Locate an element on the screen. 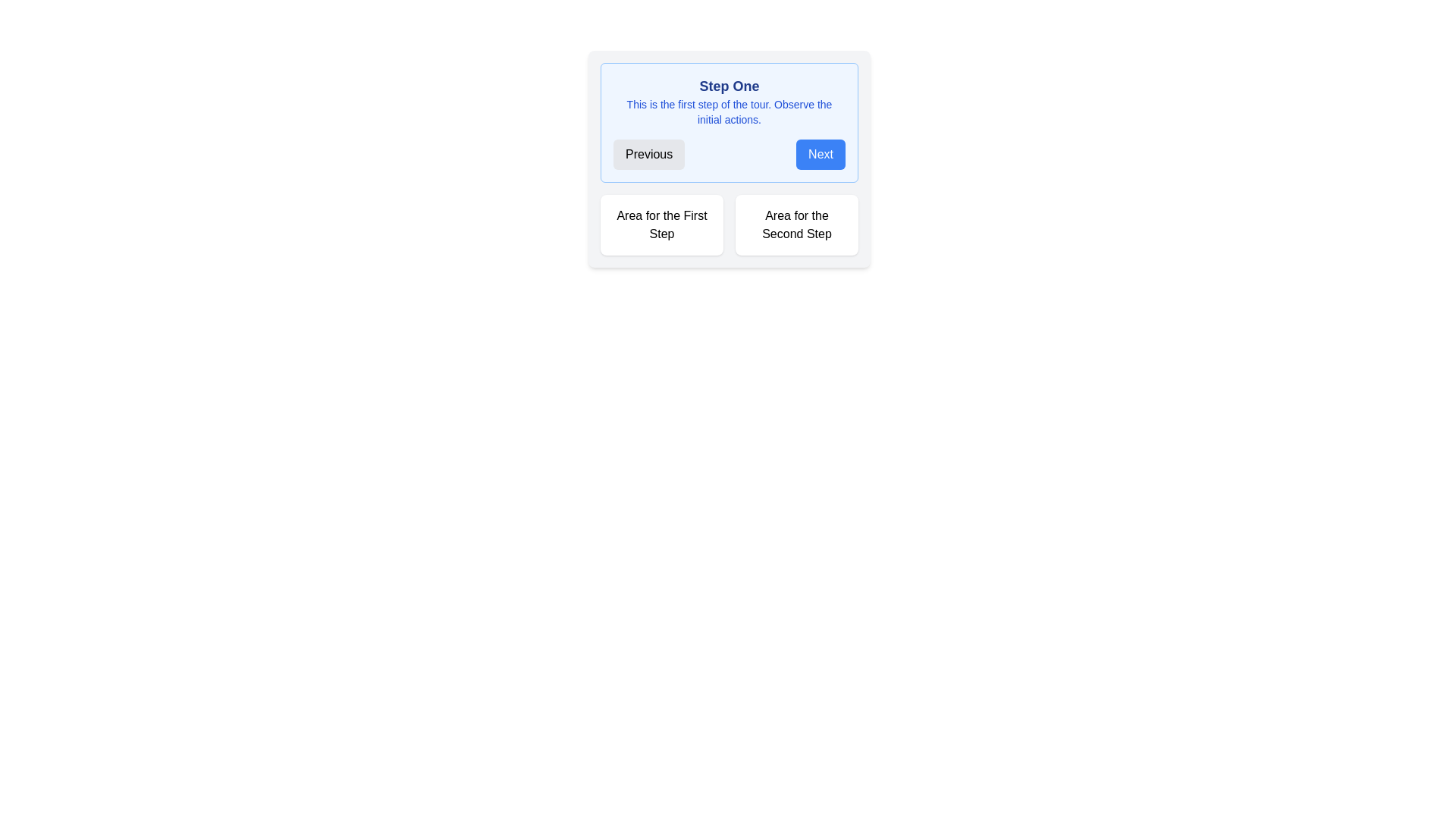  the informational card styled as a white card with the text 'Area for the First Step', positioned in the top-left corner of the grid layout is located at coordinates (662, 225).